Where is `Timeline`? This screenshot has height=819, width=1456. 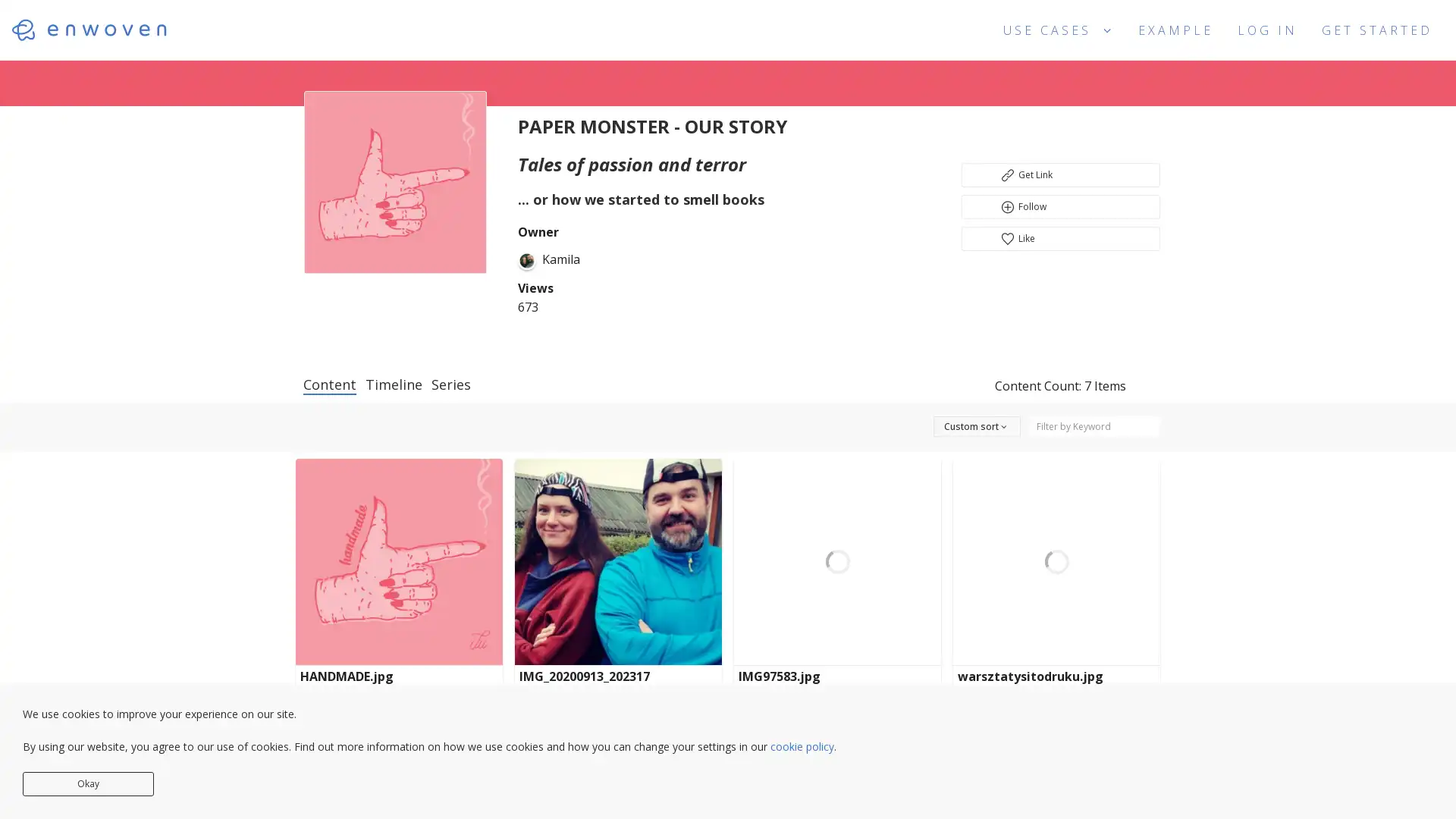 Timeline is located at coordinates (394, 382).